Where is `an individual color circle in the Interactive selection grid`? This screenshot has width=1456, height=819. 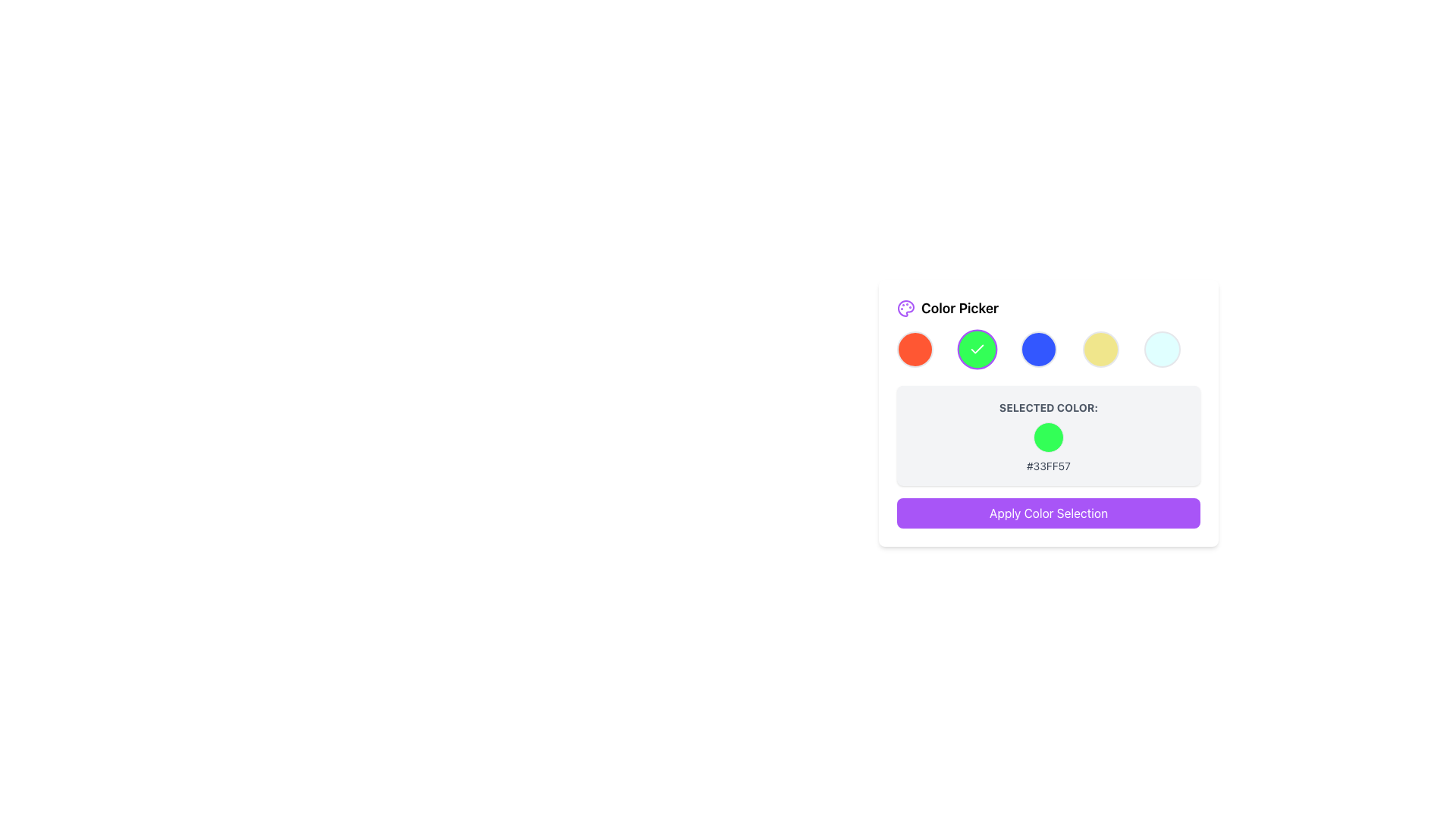
an individual color circle in the Interactive selection grid is located at coordinates (1047, 350).